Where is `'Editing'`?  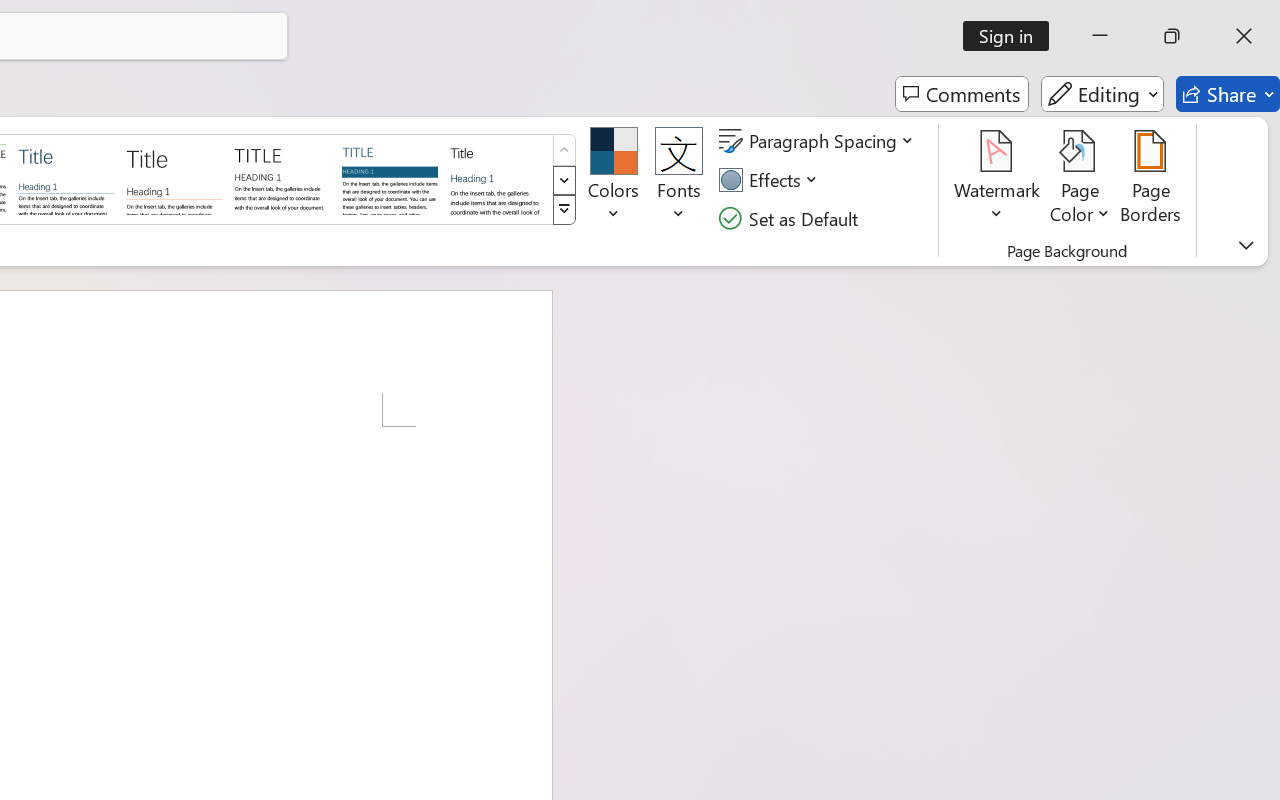 'Editing' is located at coordinates (1101, 94).